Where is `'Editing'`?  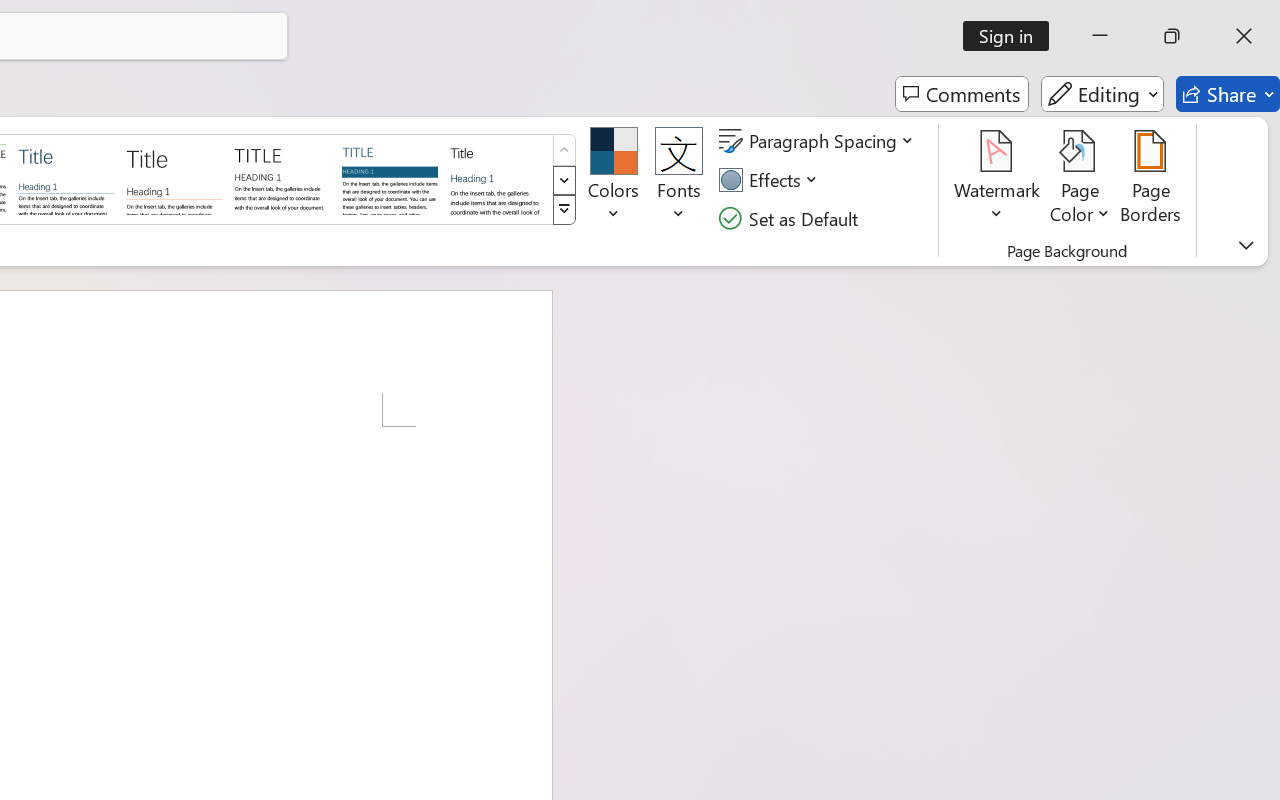 'Editing' is located at coordinates (1101, 94).